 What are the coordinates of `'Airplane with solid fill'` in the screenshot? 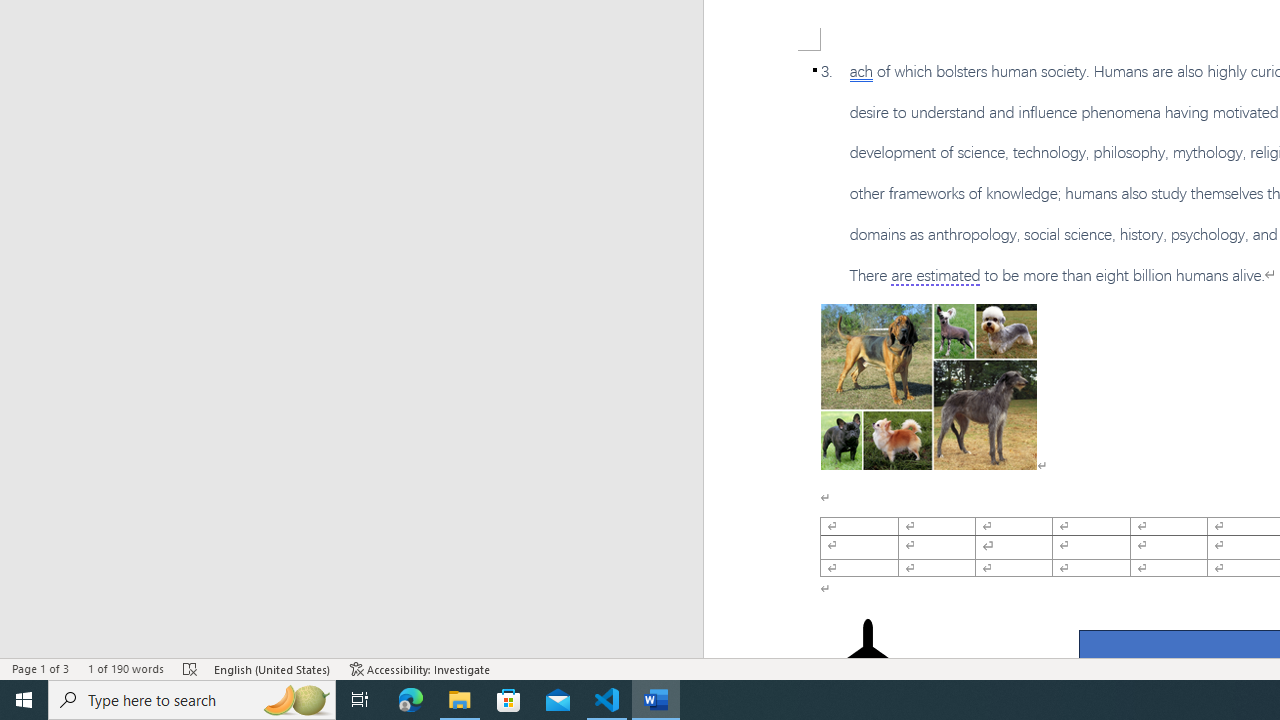 It's located at (867, 658).